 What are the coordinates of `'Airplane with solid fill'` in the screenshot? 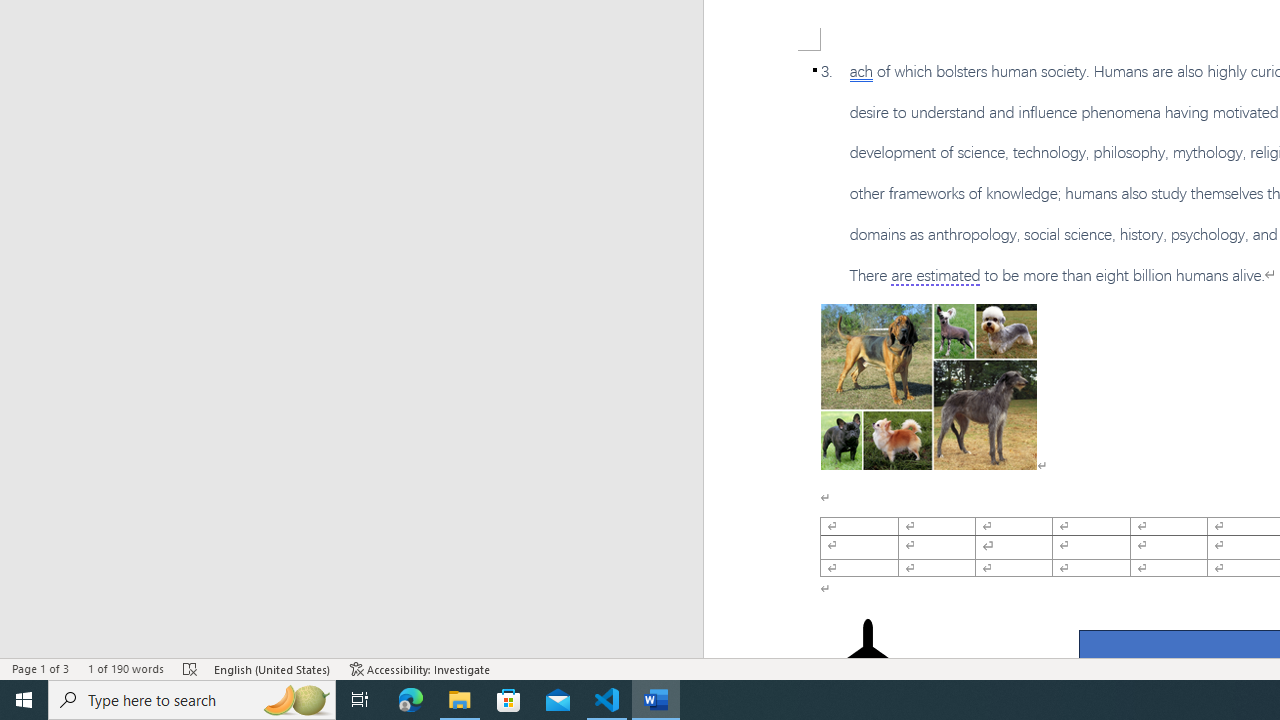 It's located at (867, 658).